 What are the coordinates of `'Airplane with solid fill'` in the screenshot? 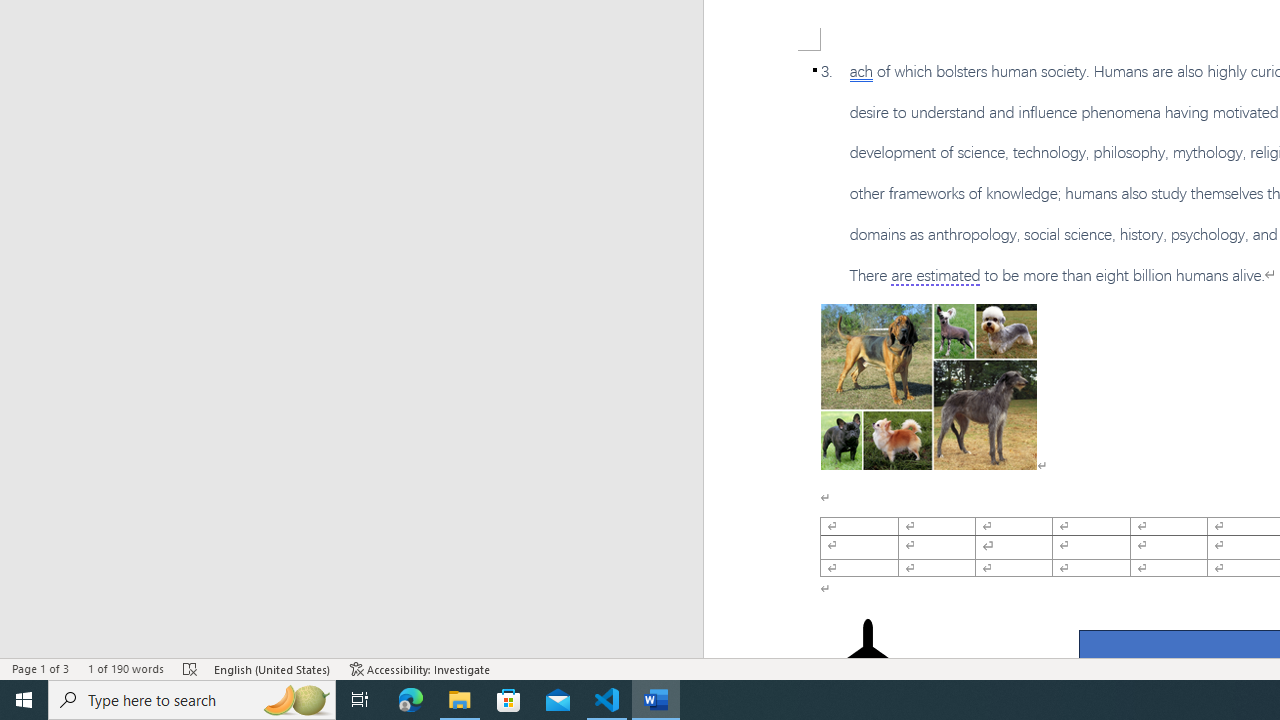 It's located at (867, 658).